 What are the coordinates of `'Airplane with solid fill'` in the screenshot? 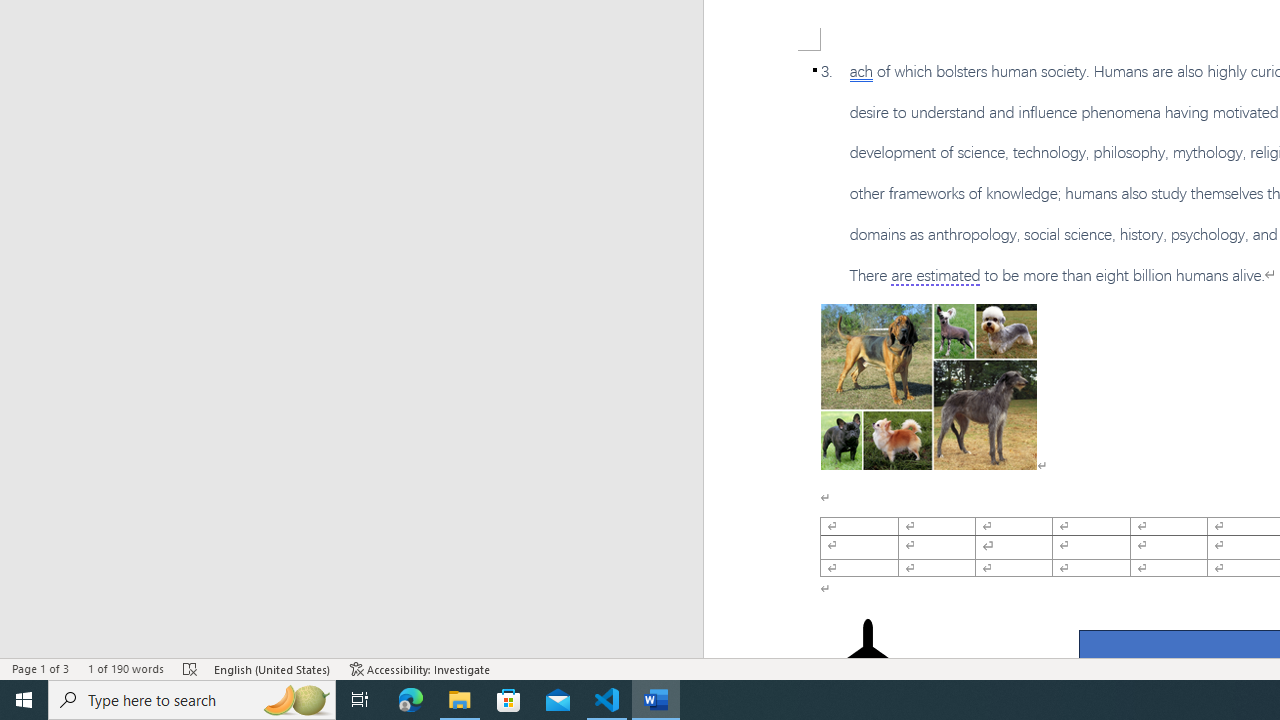 It's located at (867, 658).